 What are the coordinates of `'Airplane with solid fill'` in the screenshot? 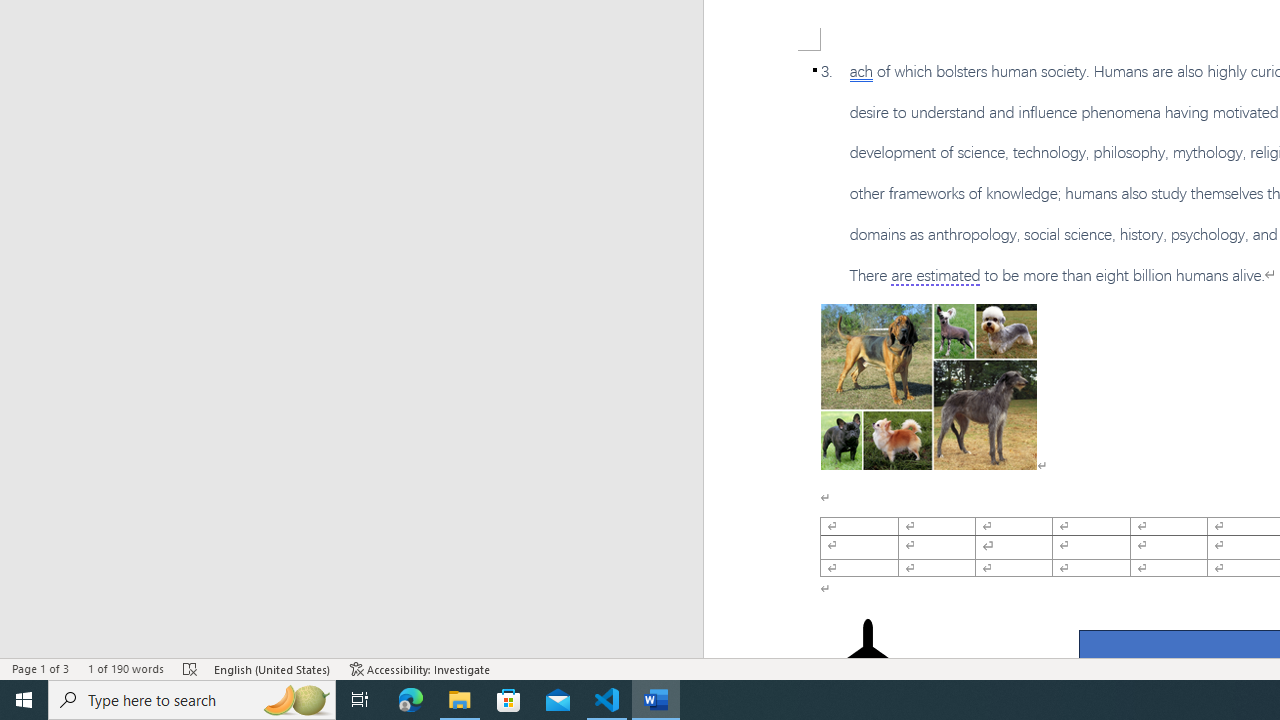 It's located at (867, 658).